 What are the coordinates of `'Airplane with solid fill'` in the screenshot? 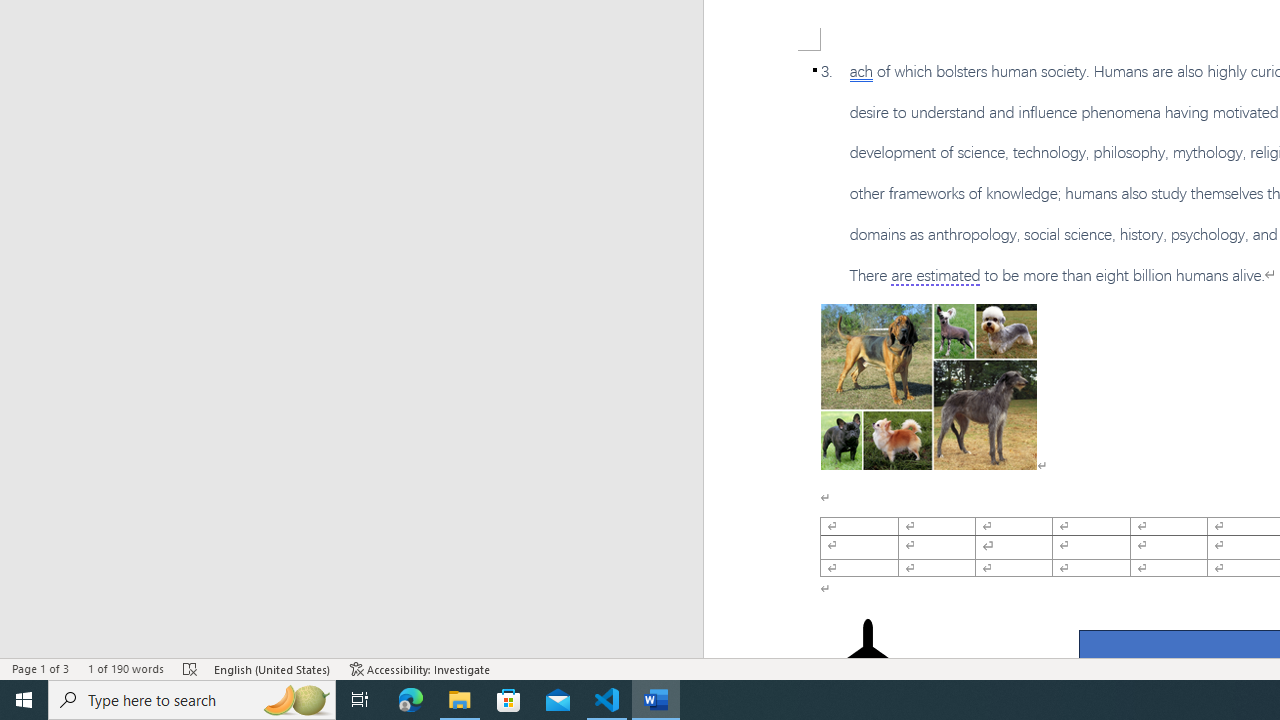 It's located at (867, 658).